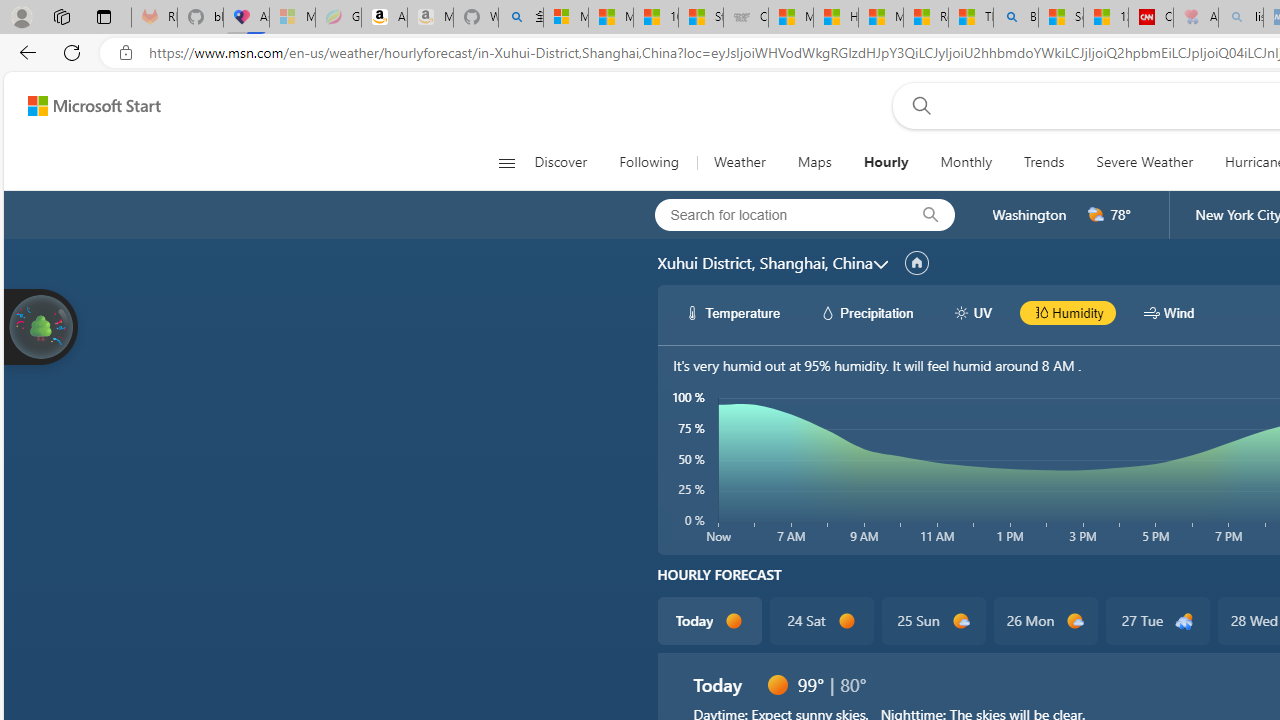 This screenshot has height=720, width=1280. Describe the element at coordinates (814, 162) in the screenshot. I see `'Maps'` at that location.